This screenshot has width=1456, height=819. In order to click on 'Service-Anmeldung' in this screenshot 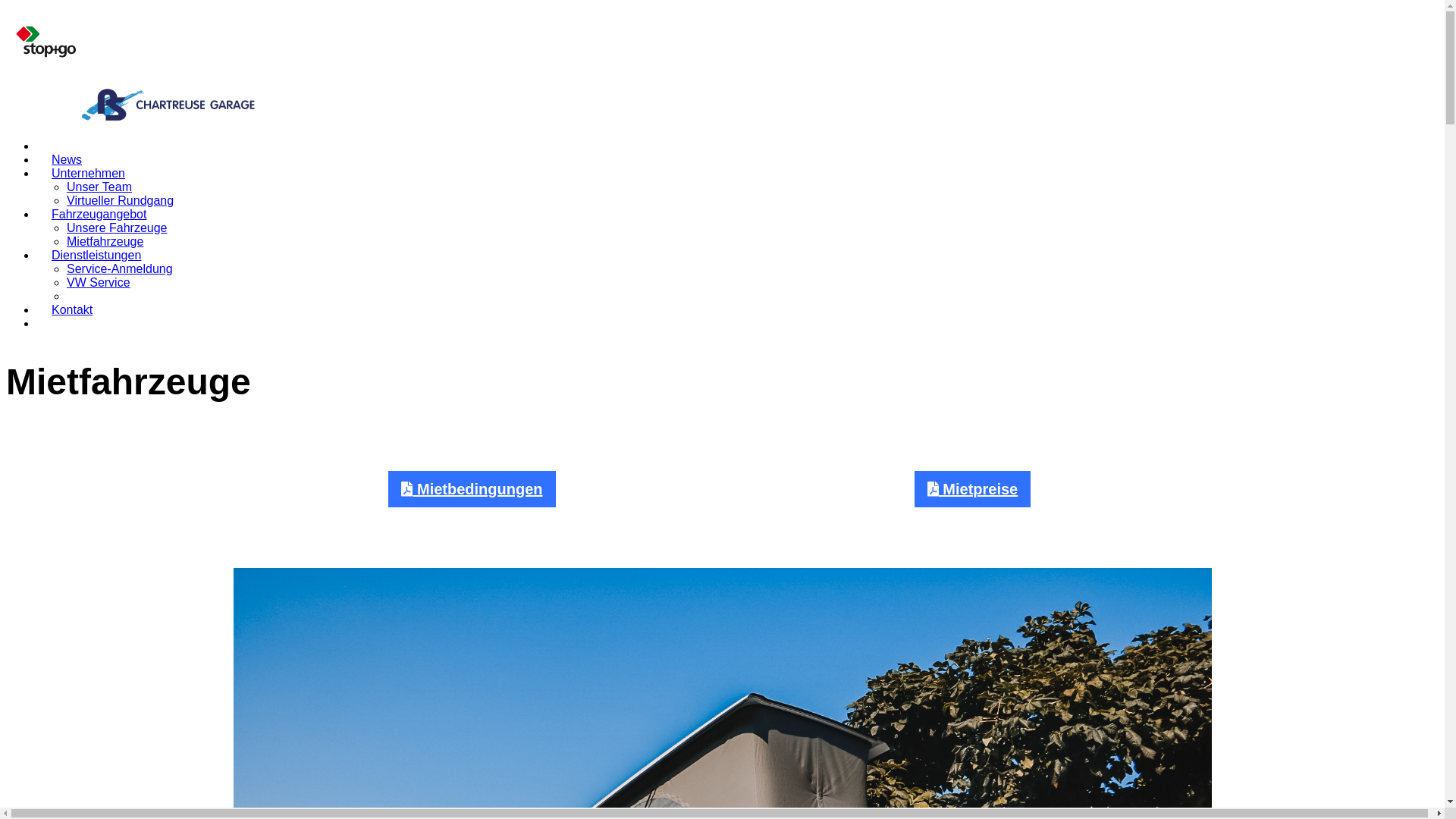, I will do `click(119, 268)`.